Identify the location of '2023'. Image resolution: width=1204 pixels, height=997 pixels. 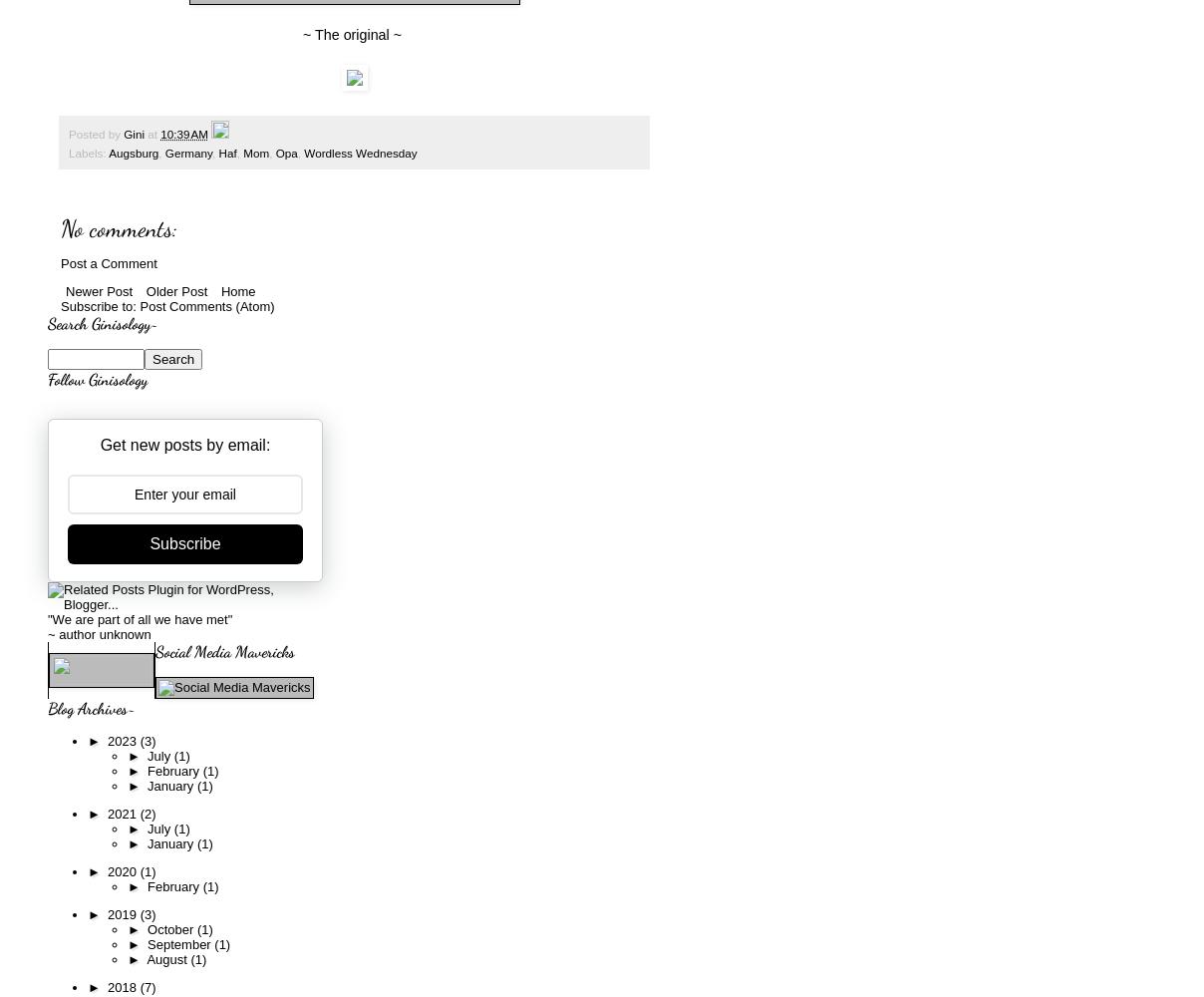
(122, 739).